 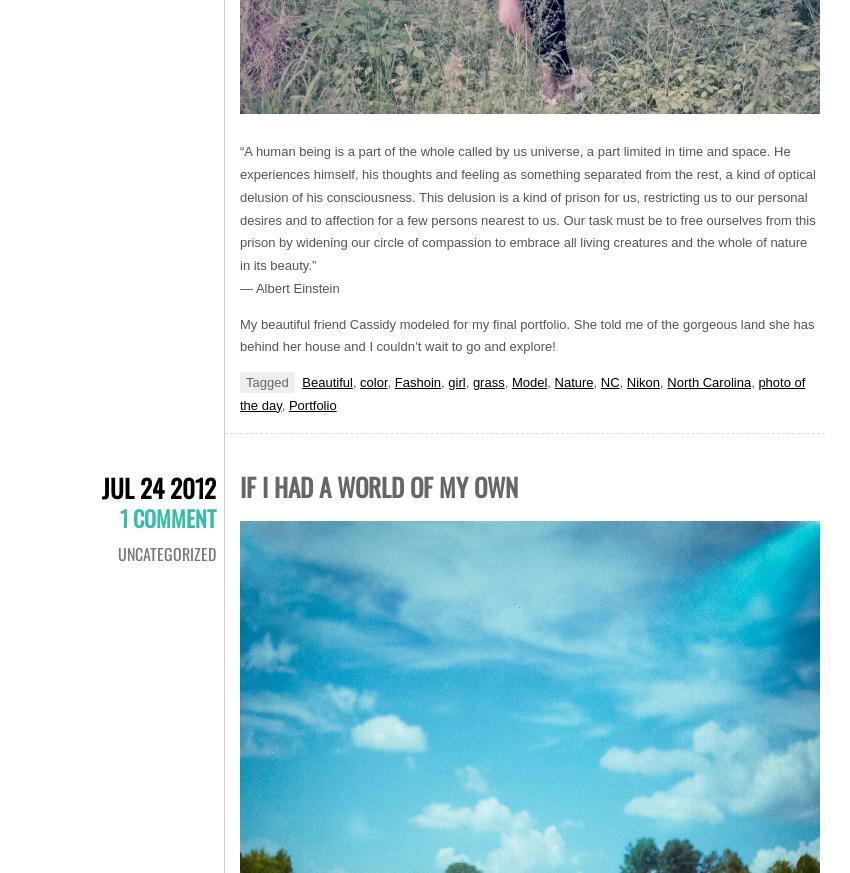 I want to click on 'grass', so click(x=487, y=381).